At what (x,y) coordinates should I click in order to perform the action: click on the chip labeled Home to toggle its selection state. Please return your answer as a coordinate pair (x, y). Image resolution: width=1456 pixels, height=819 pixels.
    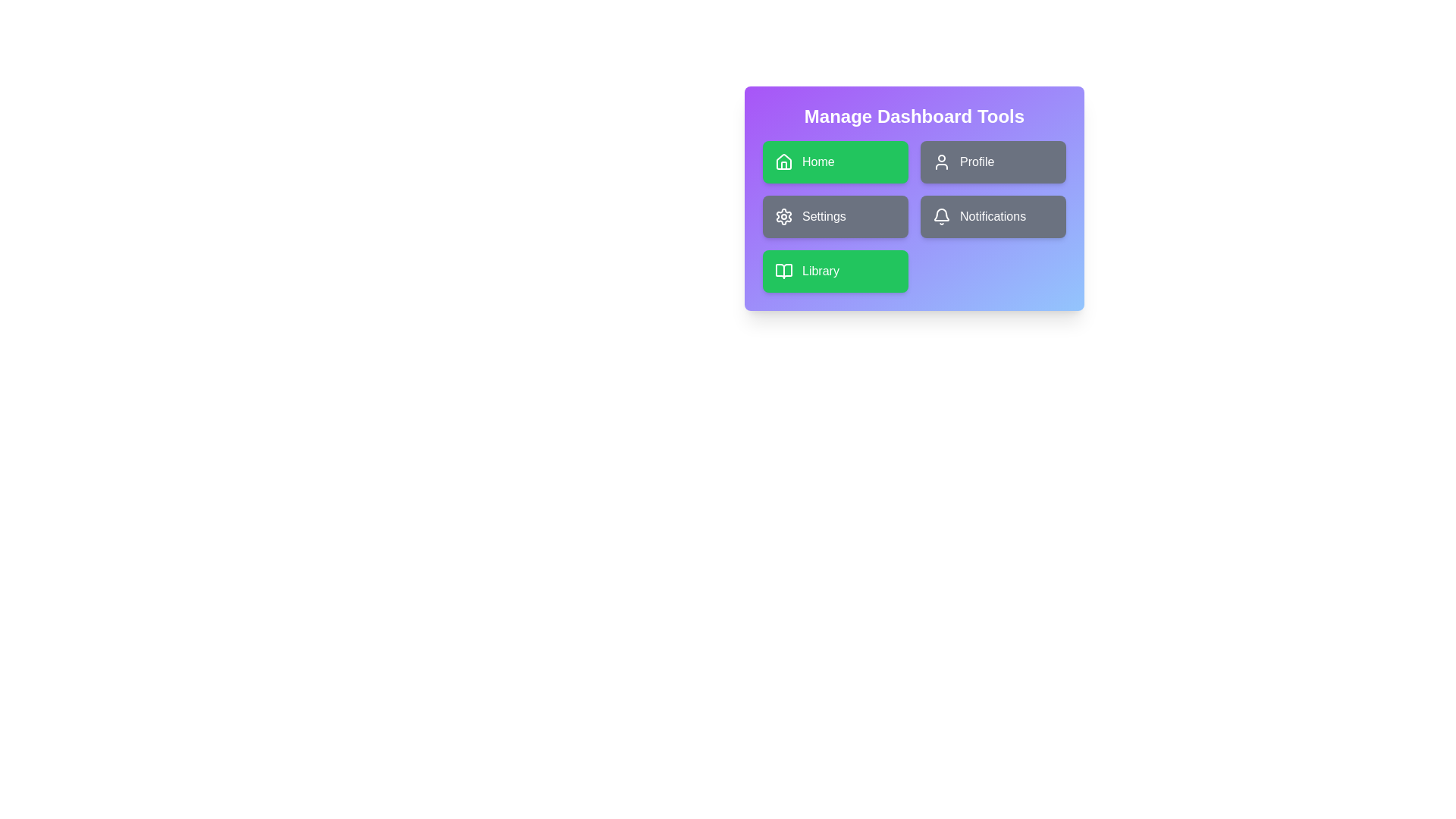
    Looking at the image, I should click on (835, 162).